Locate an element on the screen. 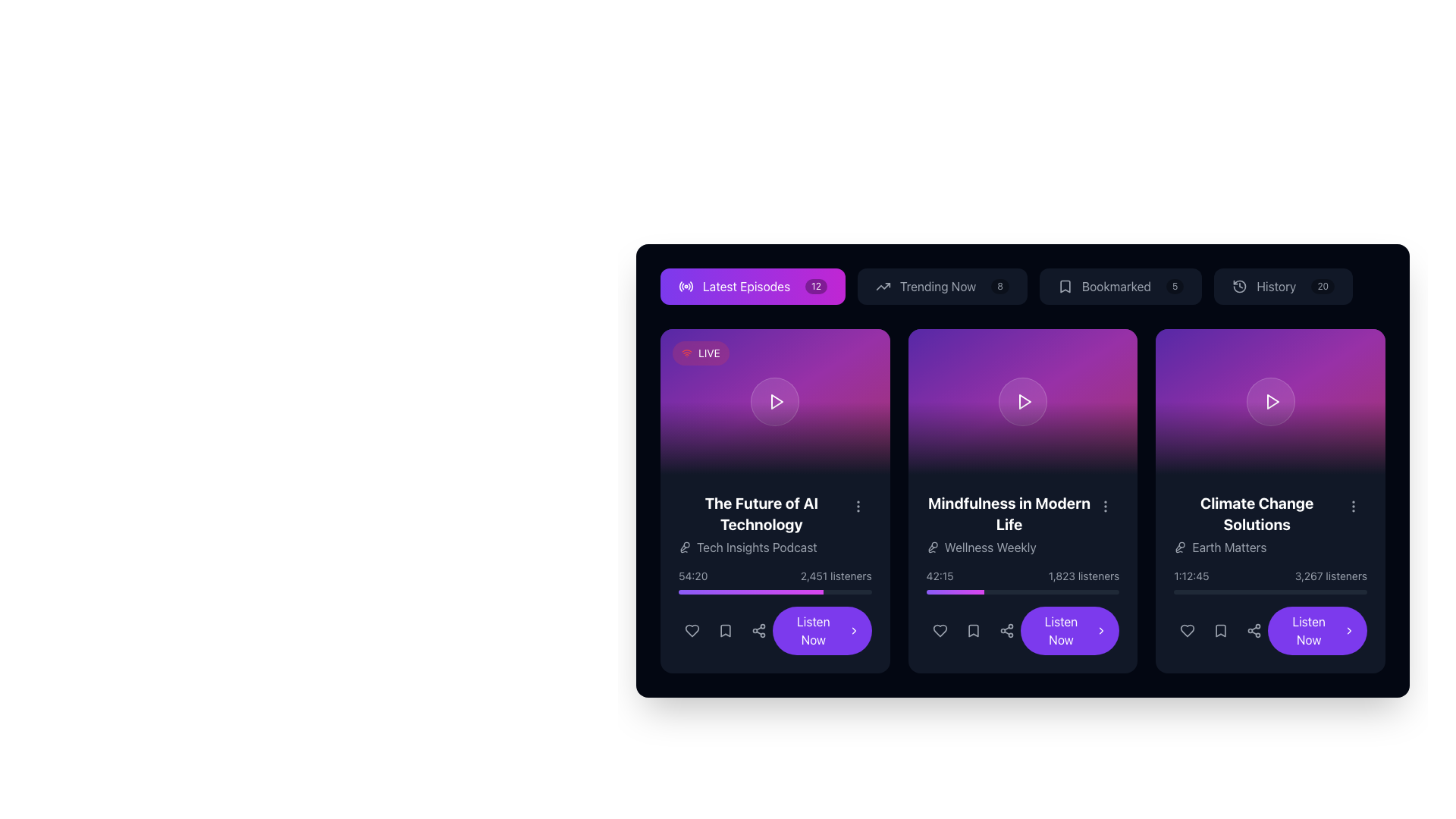 The width and height of the screenshot is (1456, 819). the circular button with a bookmark icon, which is the second button in a row of three buttons under the 'Mindfulness in Modern Life' card, to bookmark the content is located at coordinates (973, 631).